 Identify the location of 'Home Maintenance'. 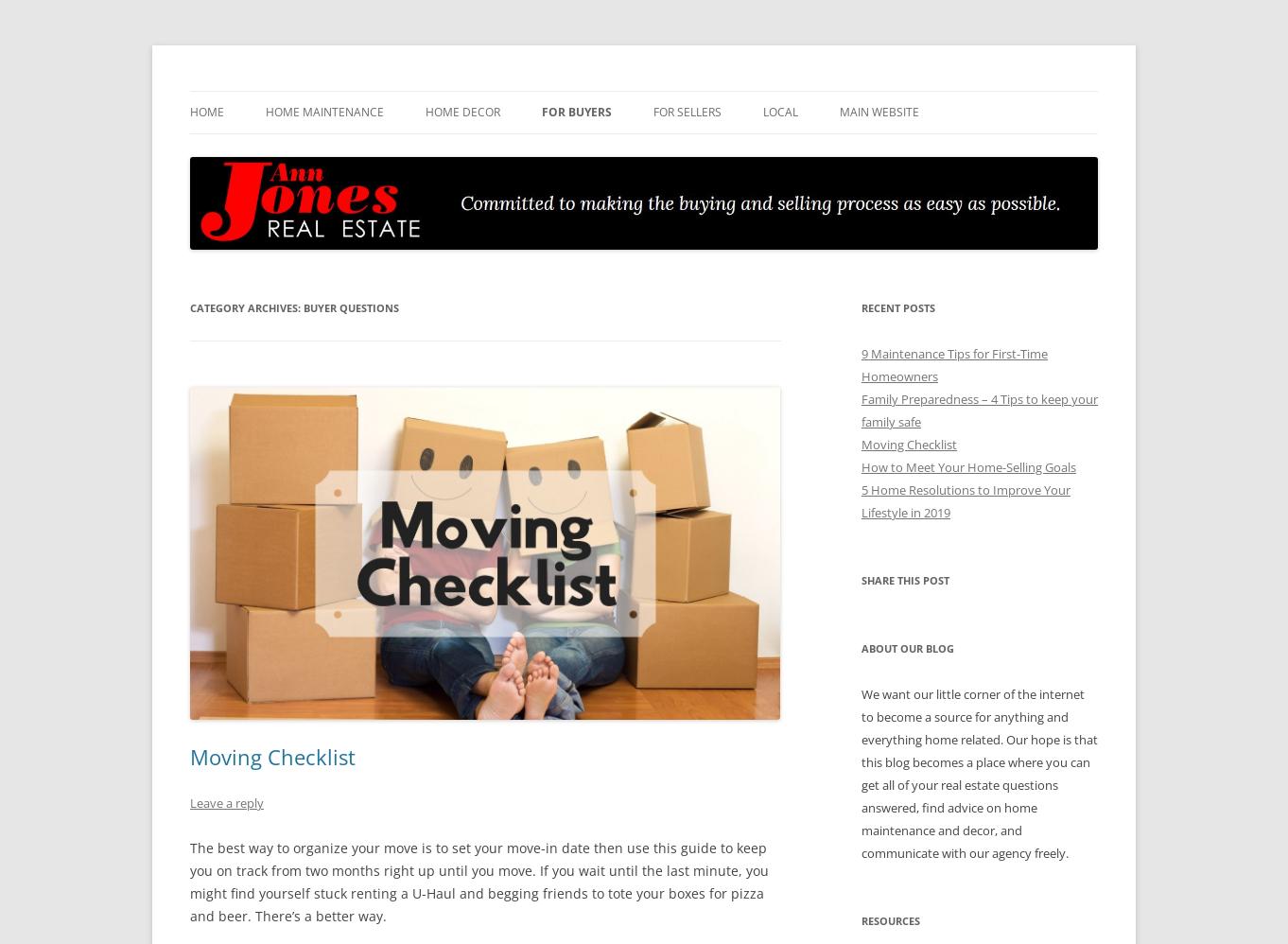
(323, 112).